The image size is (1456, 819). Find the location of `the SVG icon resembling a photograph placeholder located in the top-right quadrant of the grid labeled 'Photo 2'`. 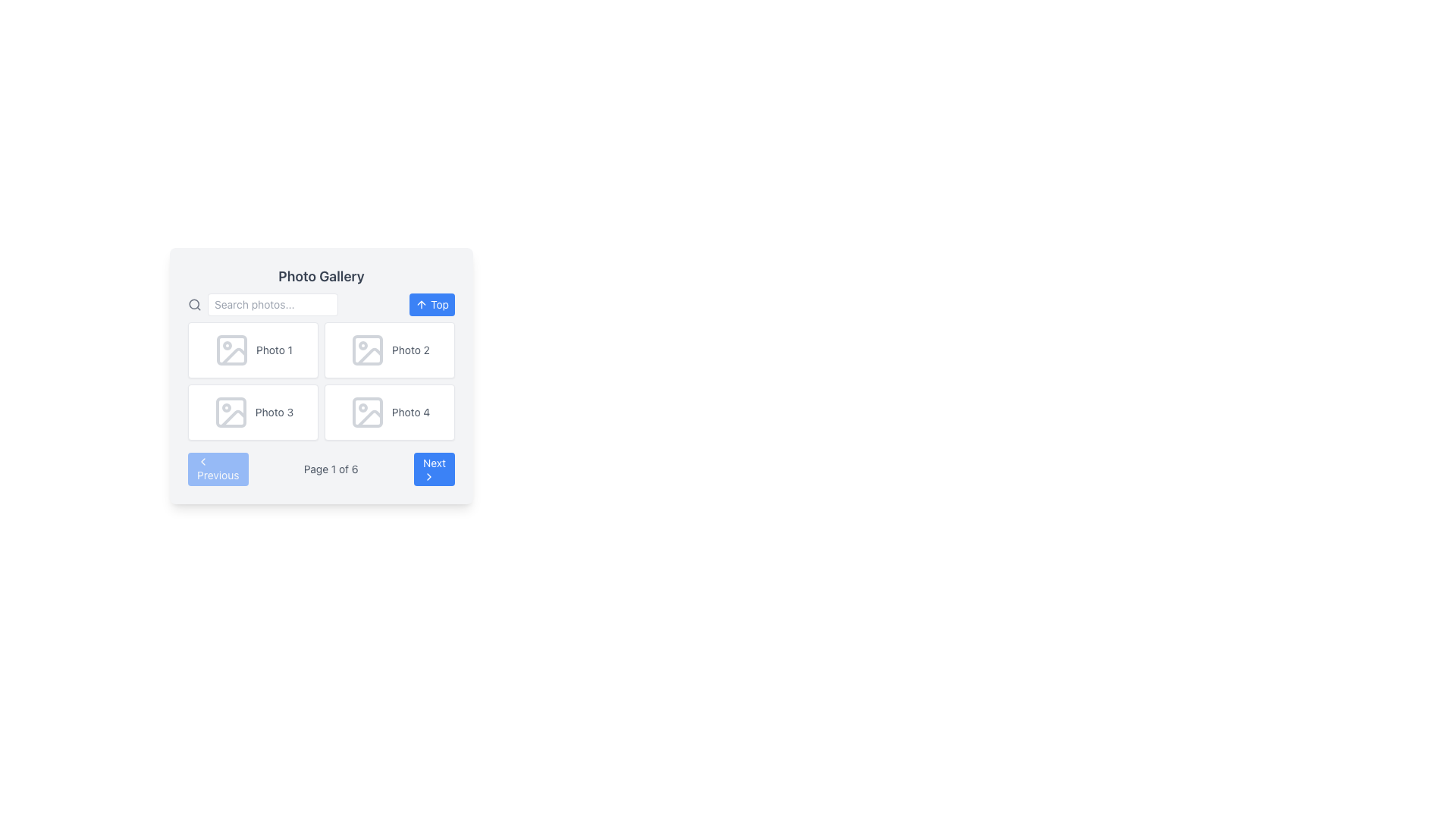

the SVG icon resembling a photograph placeholder located in the top-right quadrant of the grid labeled 'Photo 2' is located at coordinates (367, 350).